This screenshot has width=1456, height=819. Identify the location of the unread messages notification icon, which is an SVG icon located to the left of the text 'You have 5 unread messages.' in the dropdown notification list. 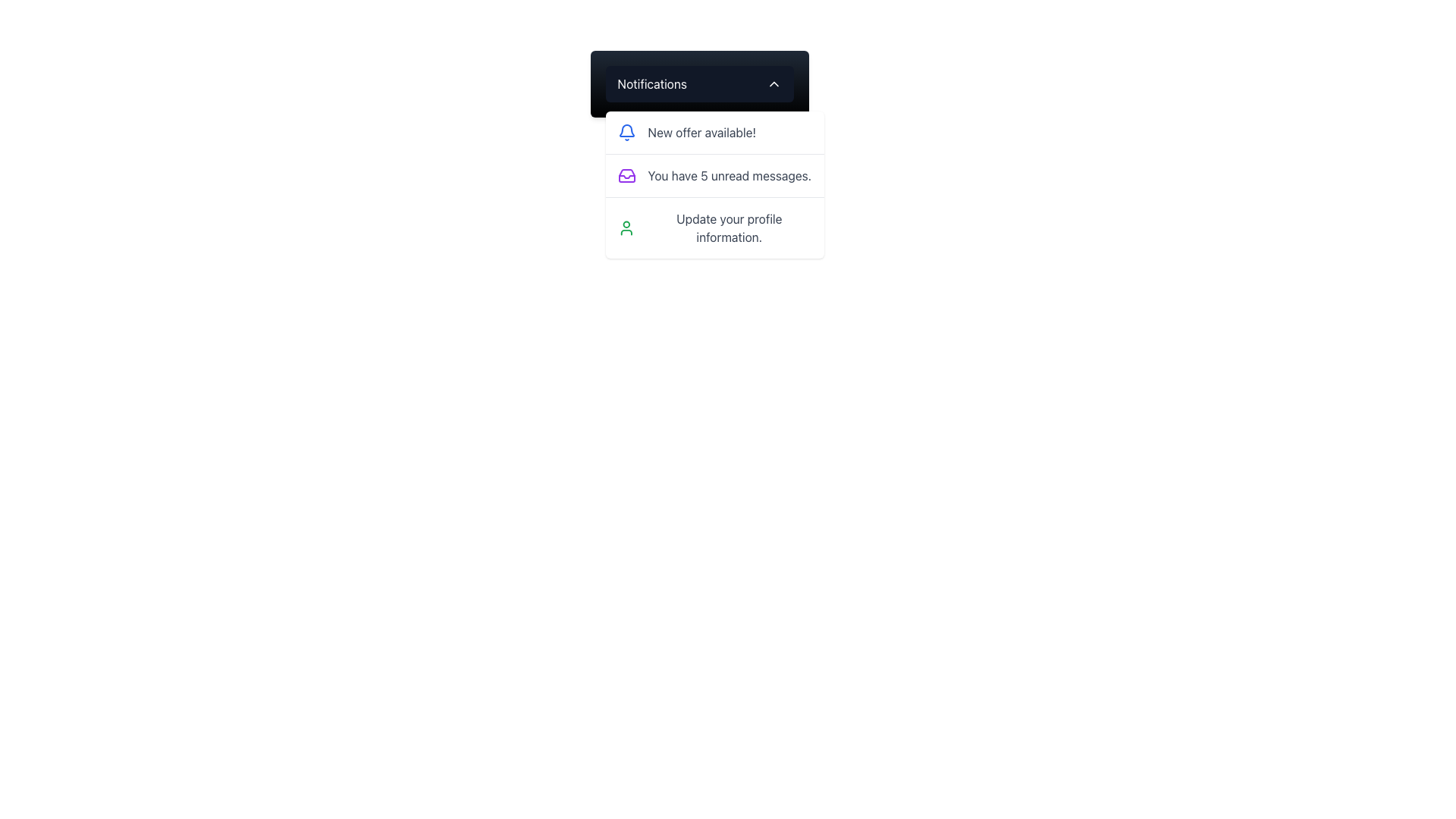
(626, 174).